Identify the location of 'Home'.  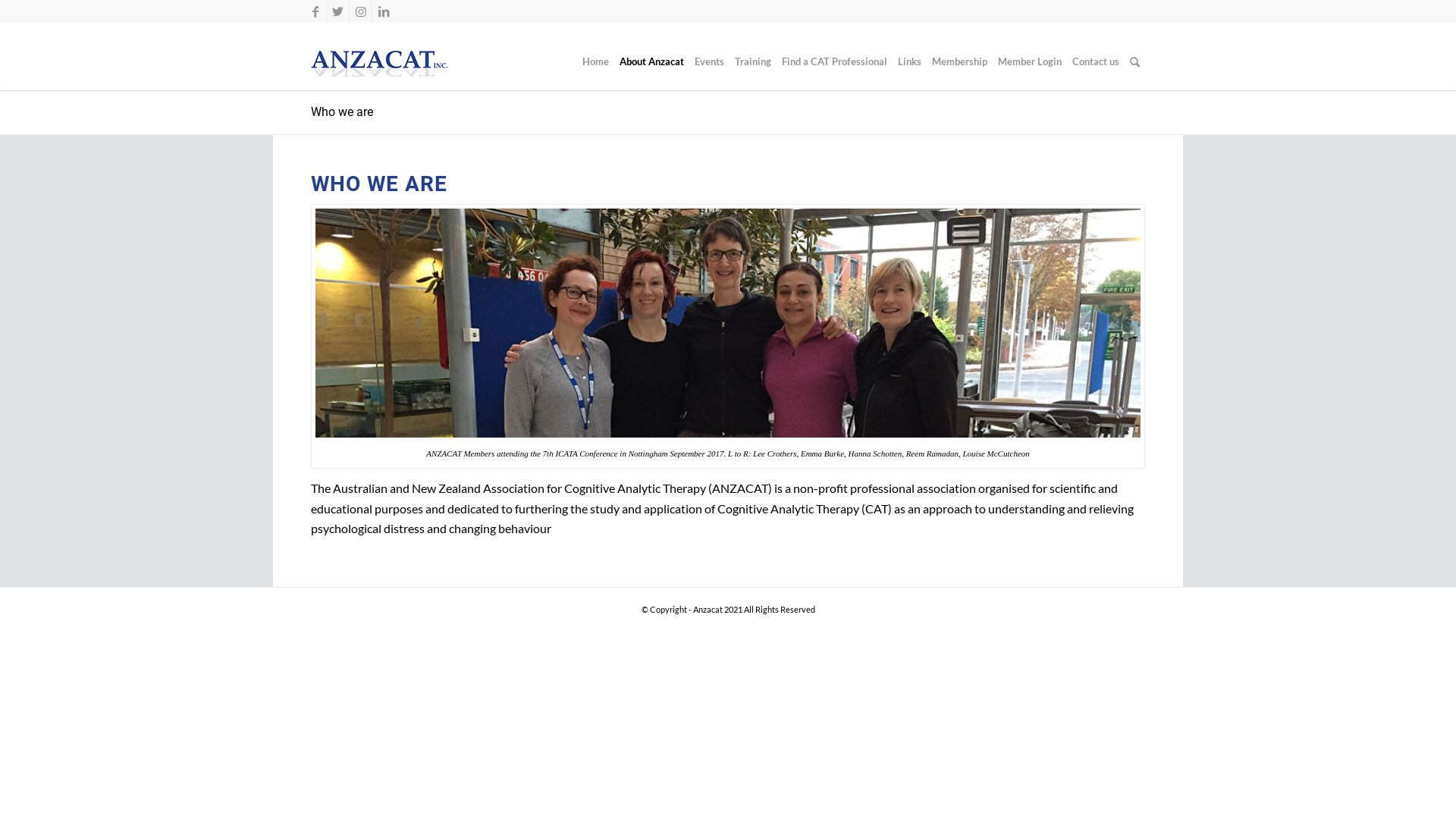
(576, 61).